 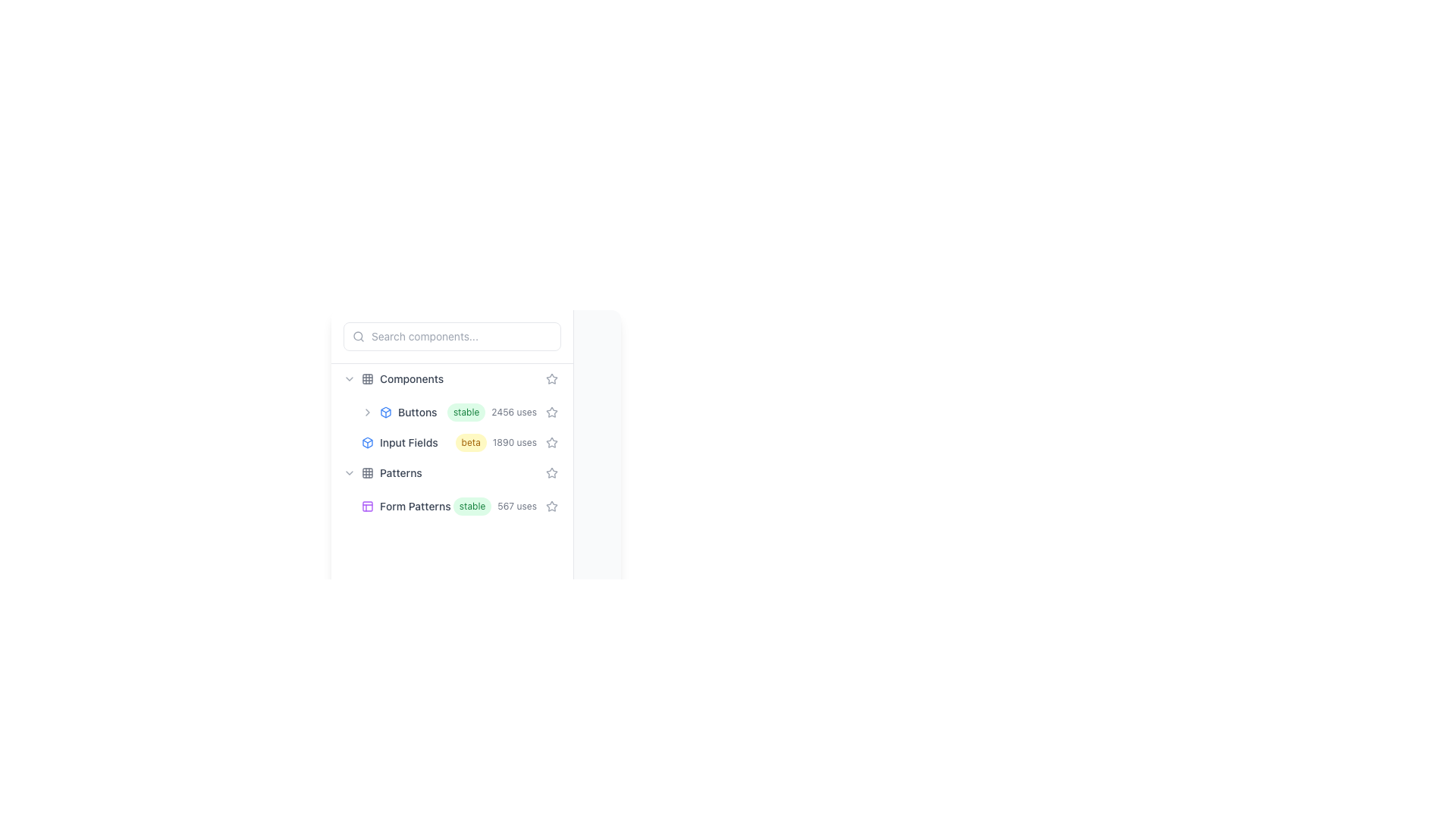 I want to click on the 'Form Patterns' text label located, so click(x=415, y=506).